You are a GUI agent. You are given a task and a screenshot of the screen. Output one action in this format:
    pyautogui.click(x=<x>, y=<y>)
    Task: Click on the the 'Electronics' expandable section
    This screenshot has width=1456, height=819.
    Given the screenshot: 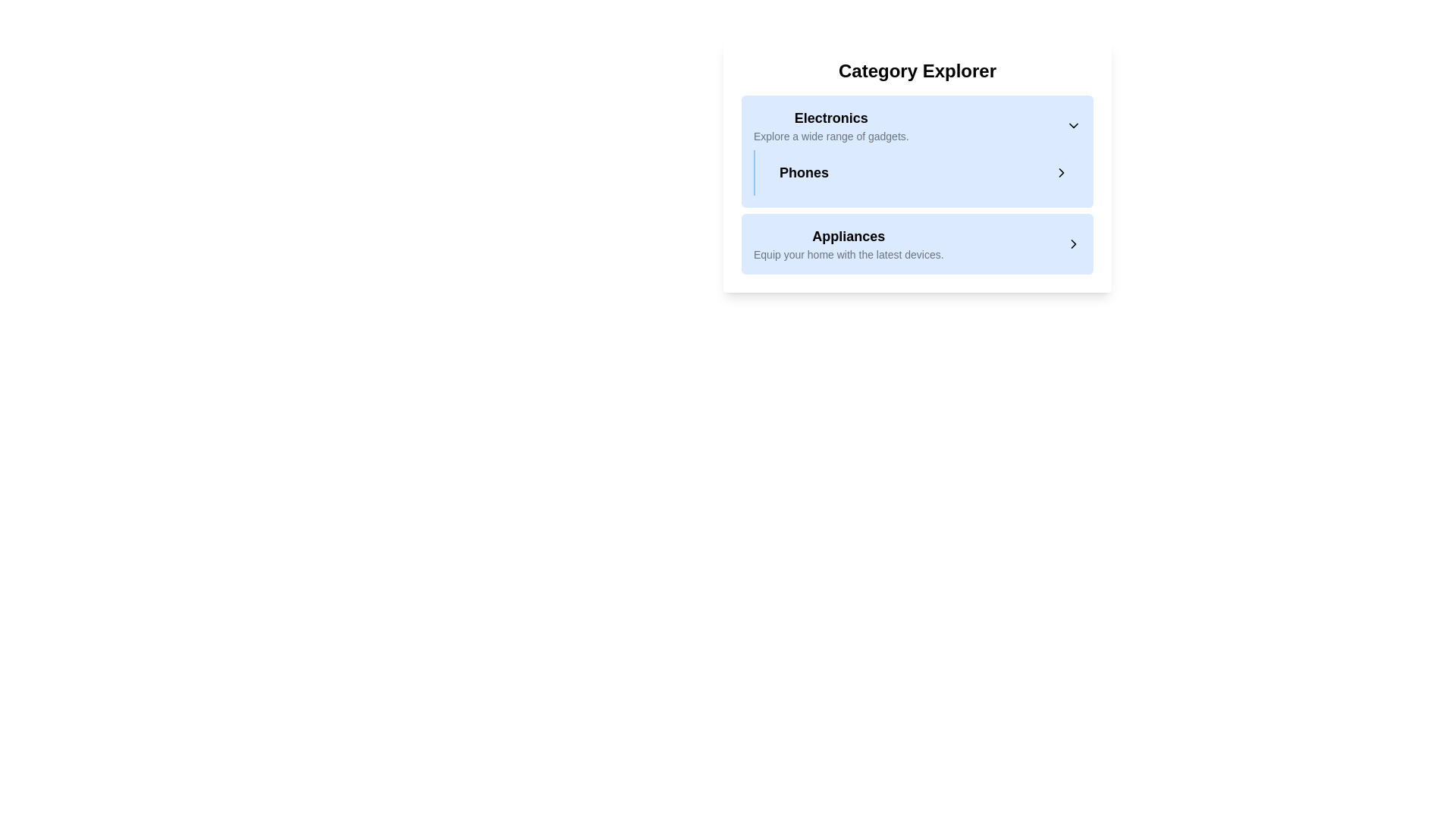 What is the action you would take?
    pyautogui.click(x=916, y=184)
    